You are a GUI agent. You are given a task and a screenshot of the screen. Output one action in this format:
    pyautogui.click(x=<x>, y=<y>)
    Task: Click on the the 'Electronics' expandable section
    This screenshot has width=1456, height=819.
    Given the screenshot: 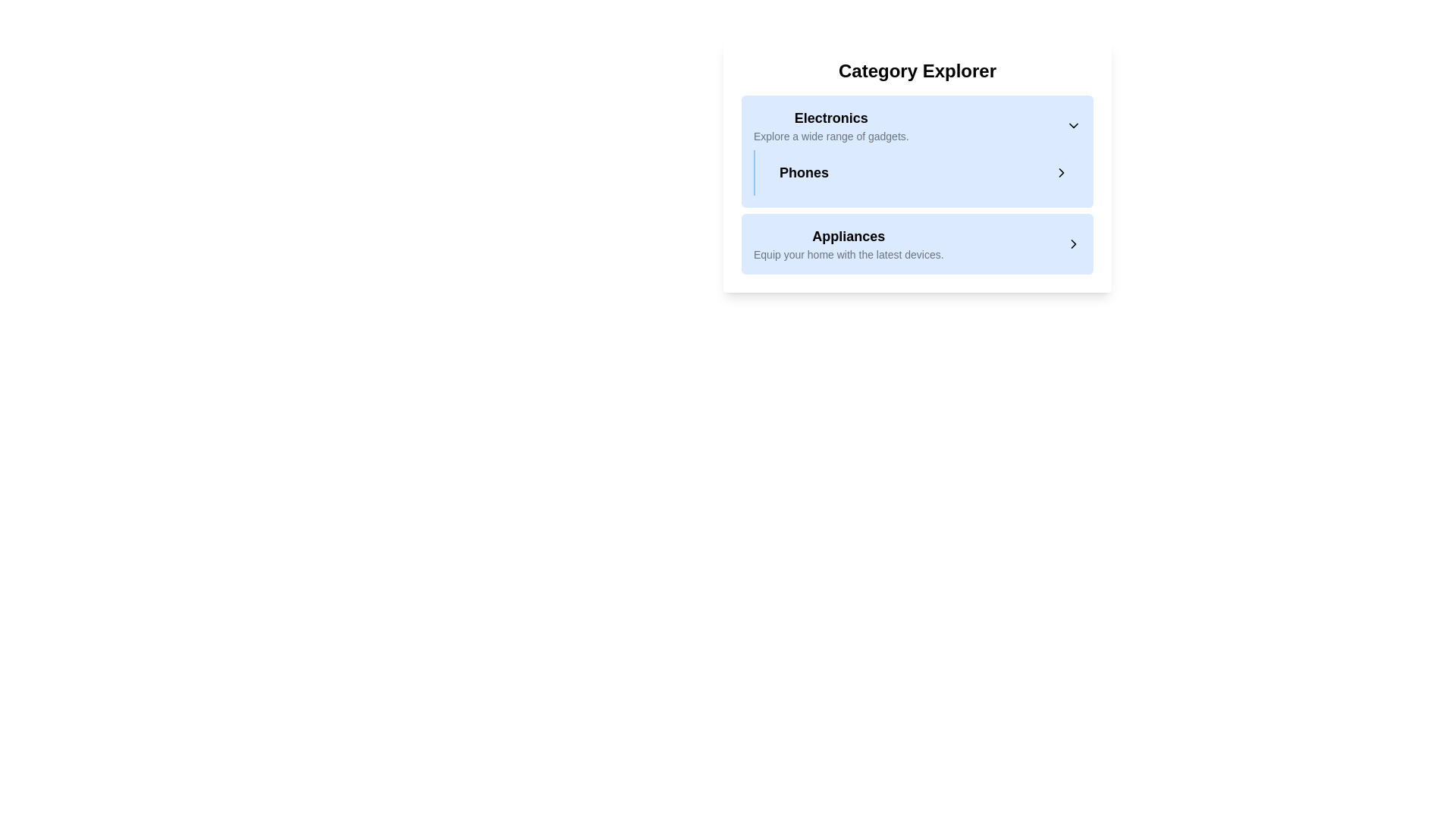 What is the action you would take?
    pyautogui.click(x=916, y=184)
    